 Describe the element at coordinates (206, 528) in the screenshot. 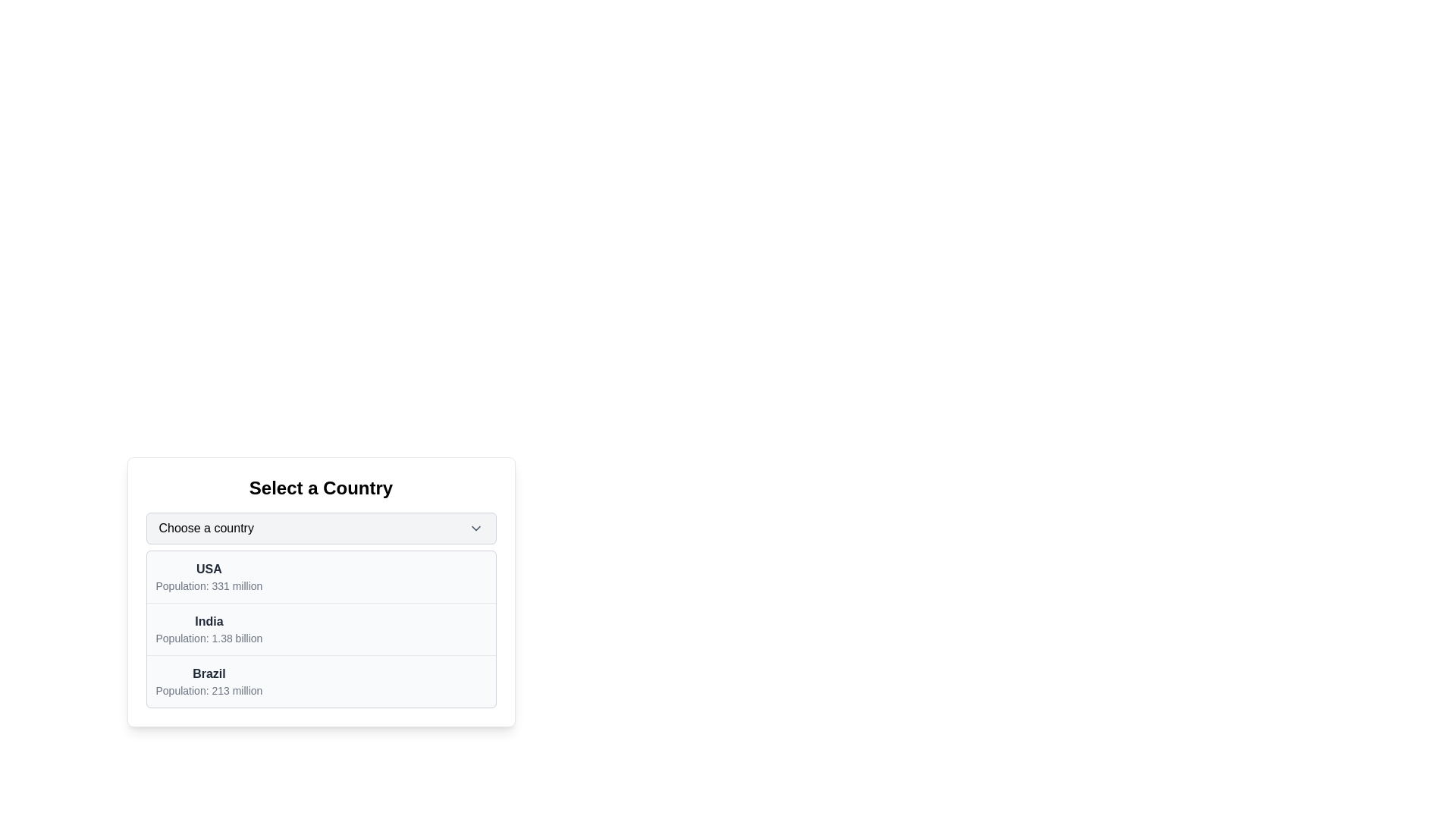

I see `the text label indicating the function of the dropdown field for country selection, which is positioned to the left of the chevron-down icon` at that location.